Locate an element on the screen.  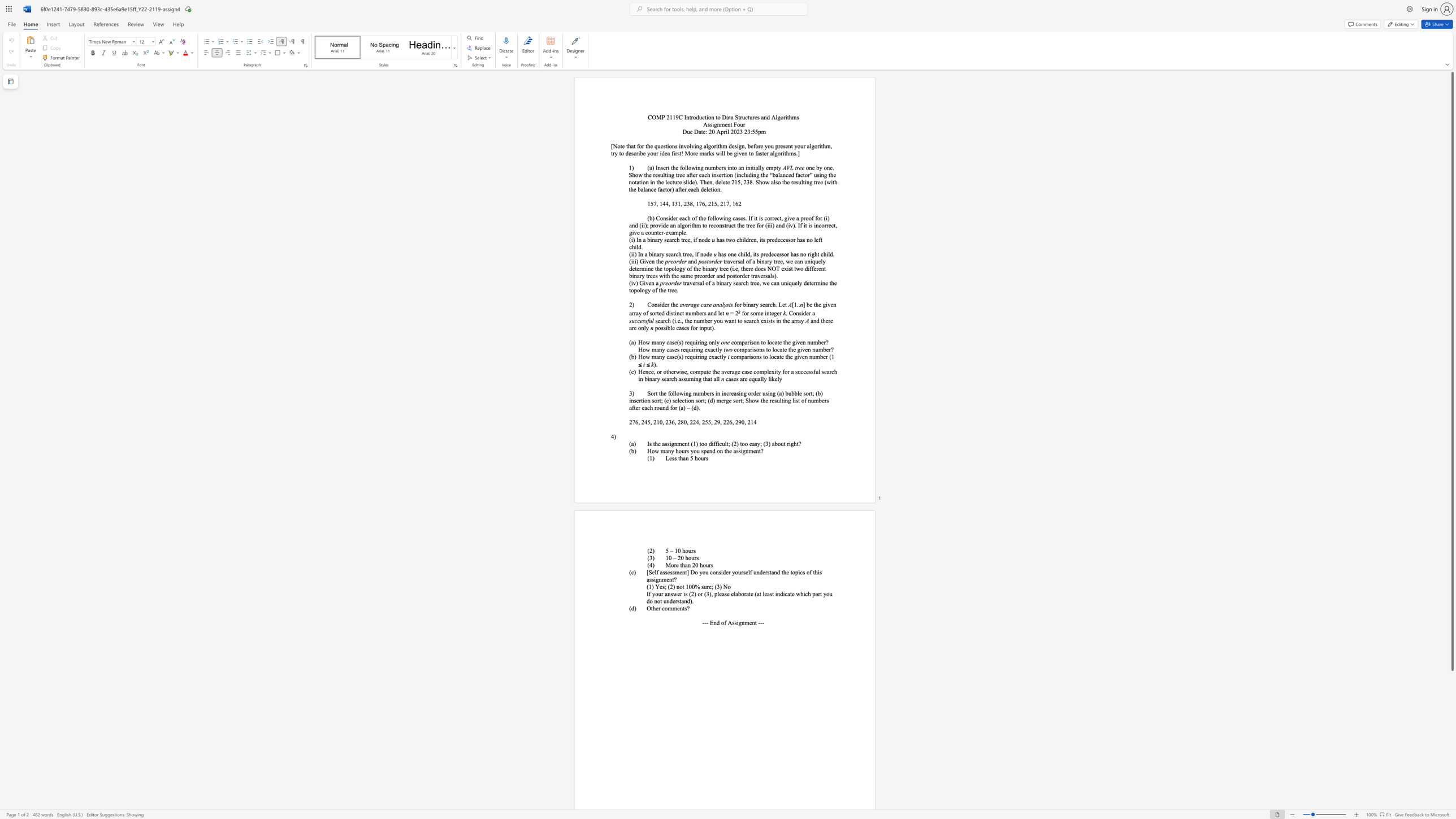
the subset text "der th" within the text "Consider the" is located at coordinates (661, 304).